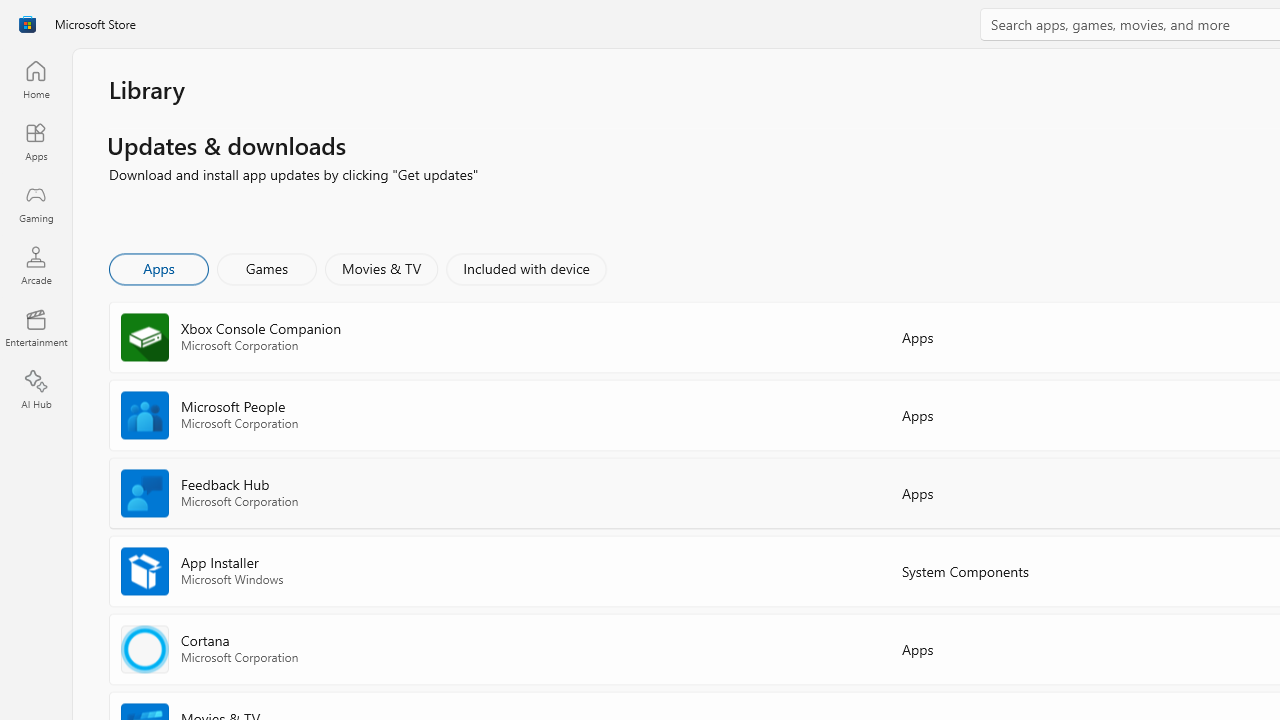 Image resolution: width=1280 pixels, height=720 pixels. What do you see at coordinates (27, 24) in the screenshot?
I see `'Class: Image'` at bounding box center [27, 24].